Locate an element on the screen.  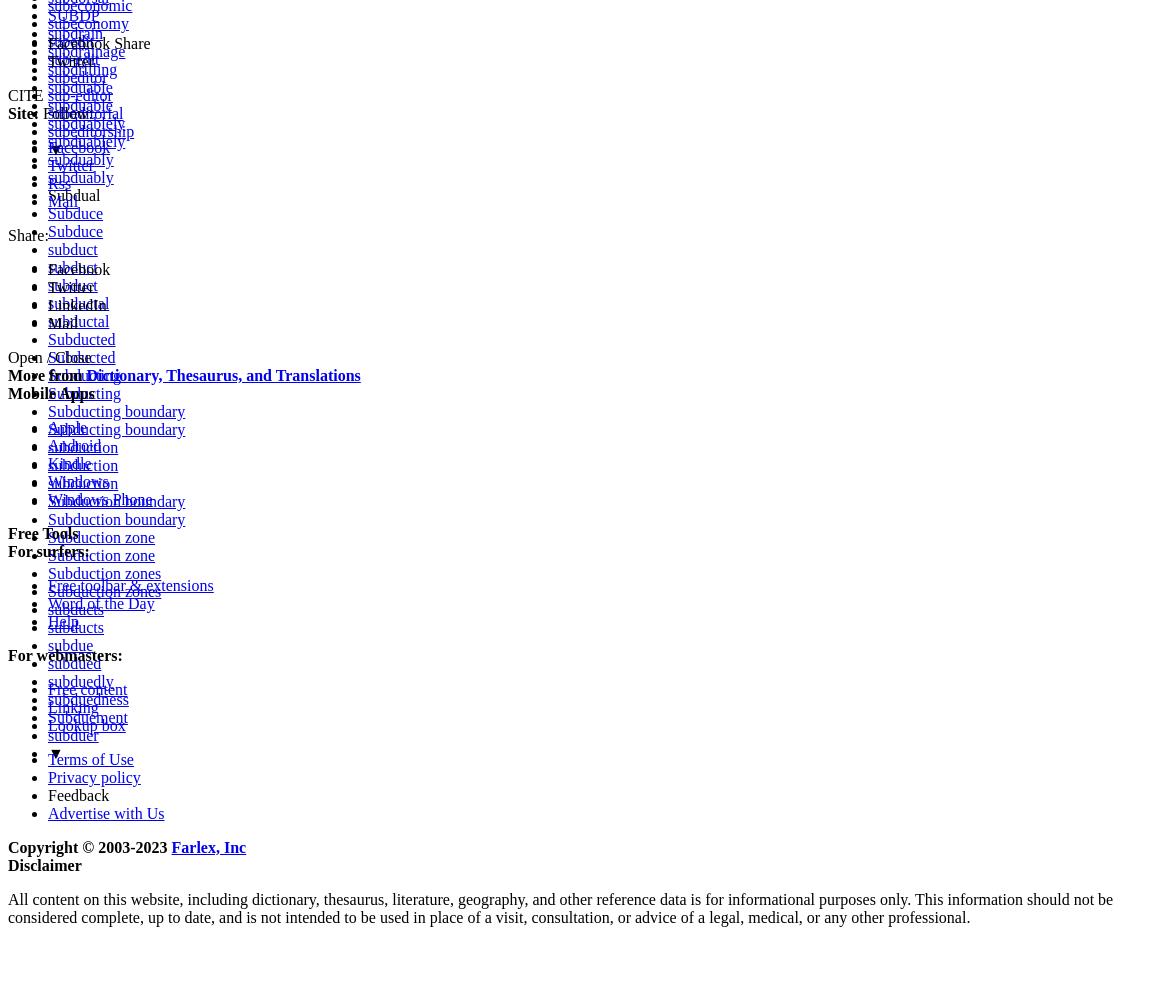
'Follow:' is located at coordinates (66, 112).